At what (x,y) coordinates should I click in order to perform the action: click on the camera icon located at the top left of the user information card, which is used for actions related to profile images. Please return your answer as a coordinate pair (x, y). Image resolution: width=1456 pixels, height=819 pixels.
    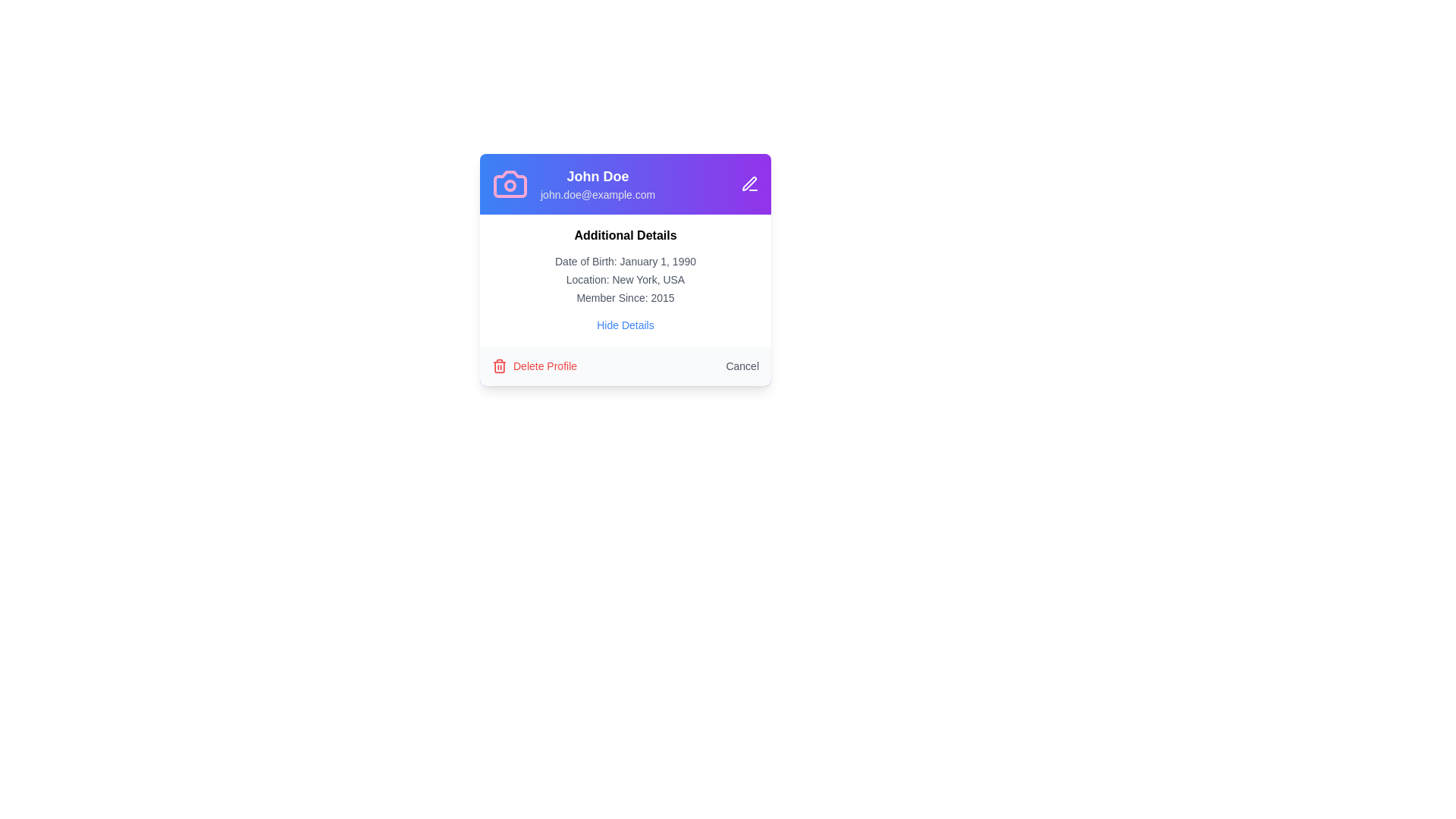
    Looking at the image, I should click on (510, 184).